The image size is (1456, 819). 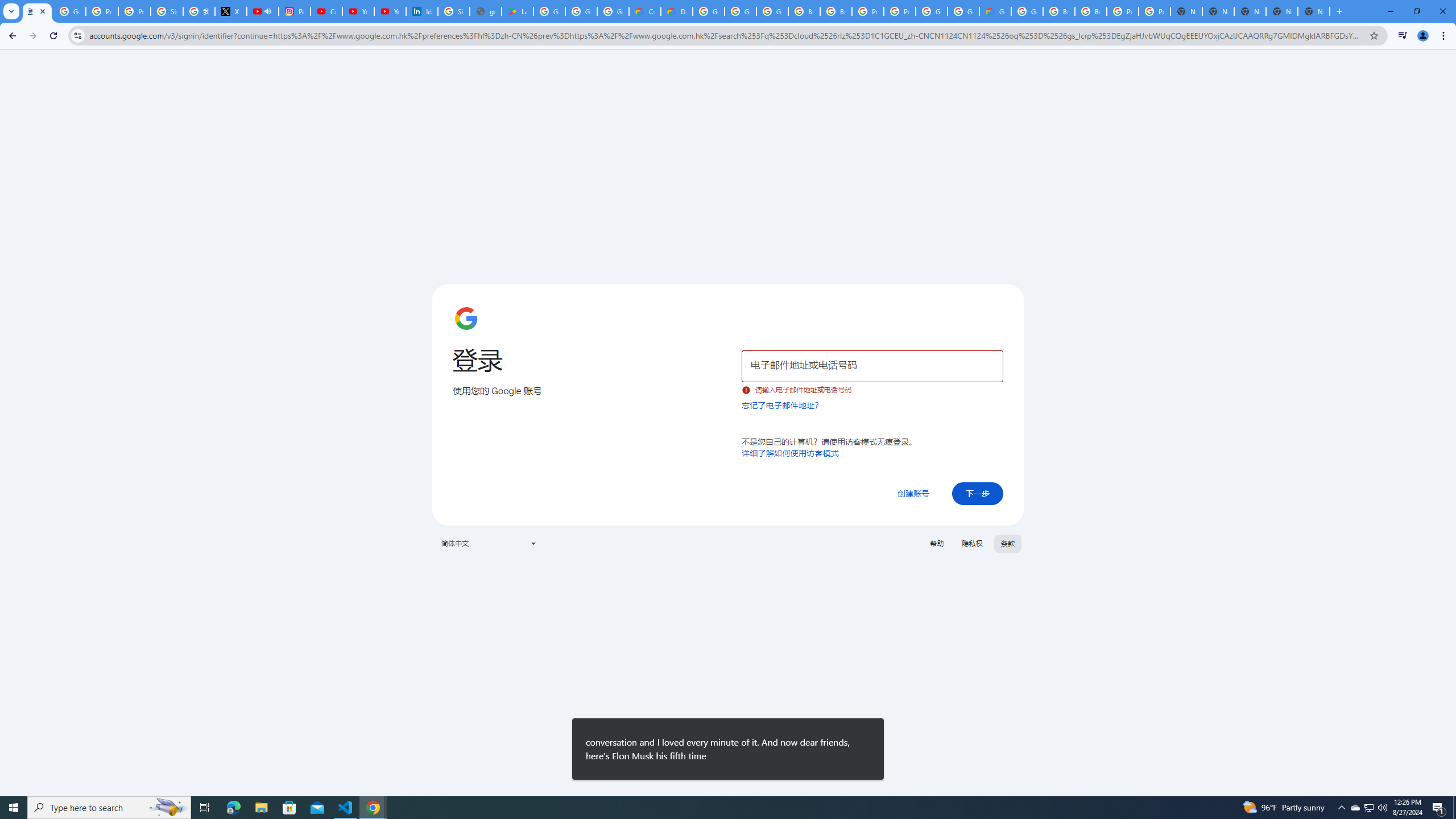 What do you see at coordinates (581, 11) in the screenshot?
I see `'Google Workspace - Specific Terms'` at bounding box center [581, 11].